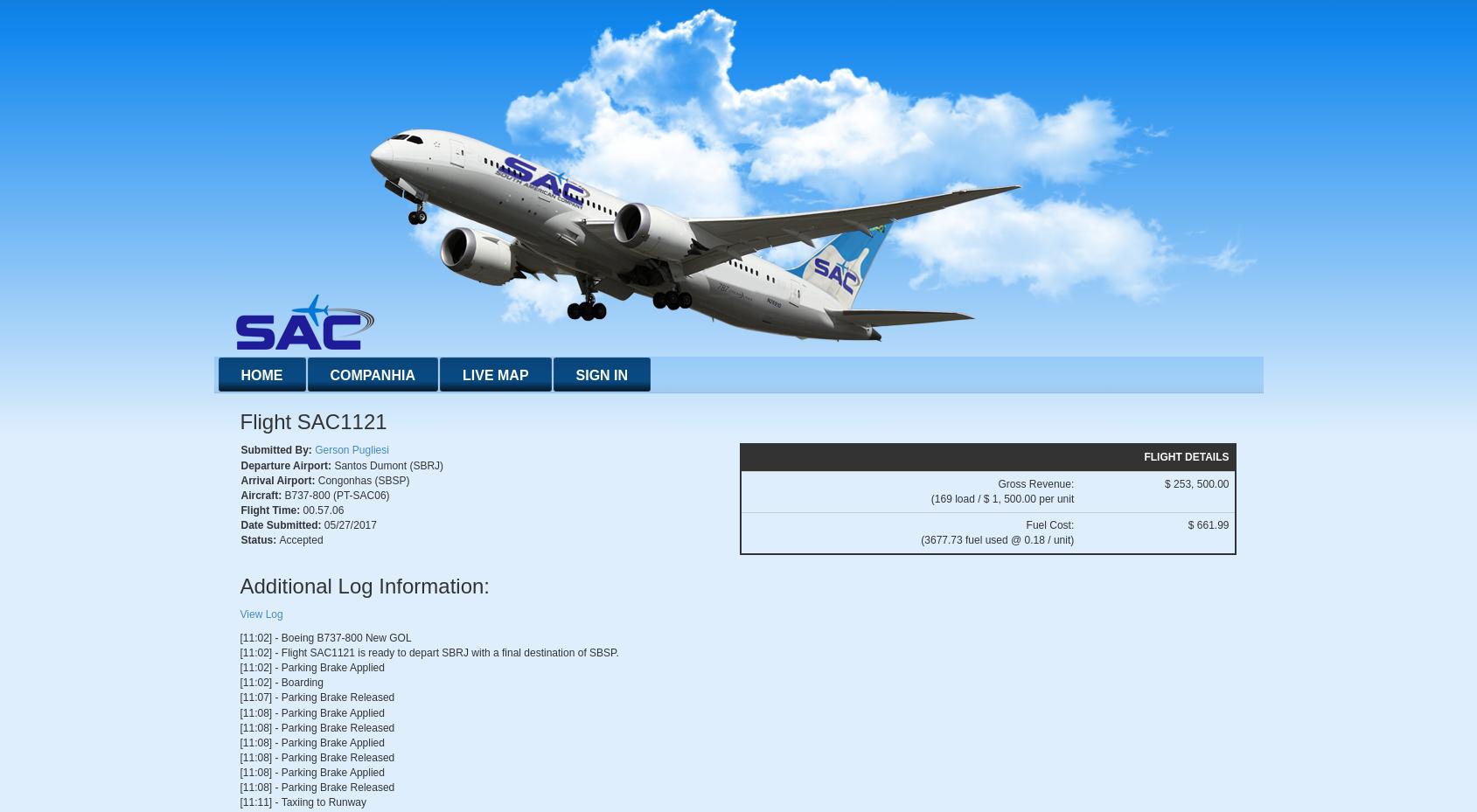 The image size is (1477, 812). What do you see at coordinates (1035, 483) in the screenshot?
I see `'Gross Revenue:'` at bounding box center [1035, 483].